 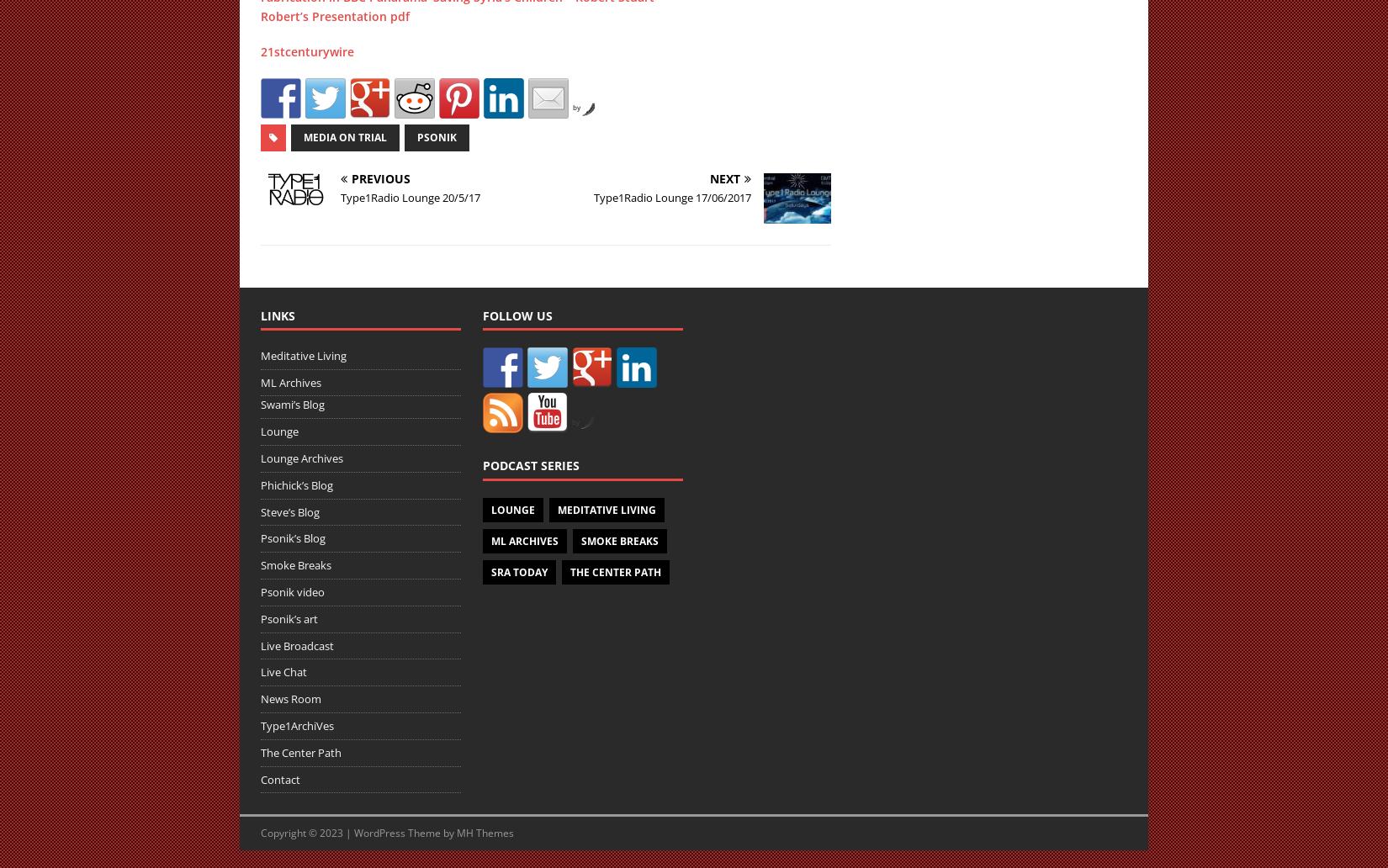 What do you see at coordinates (290, 511) in the screenshot?
I see `'Steve’s Blog'` at bounding box center [290, 511].